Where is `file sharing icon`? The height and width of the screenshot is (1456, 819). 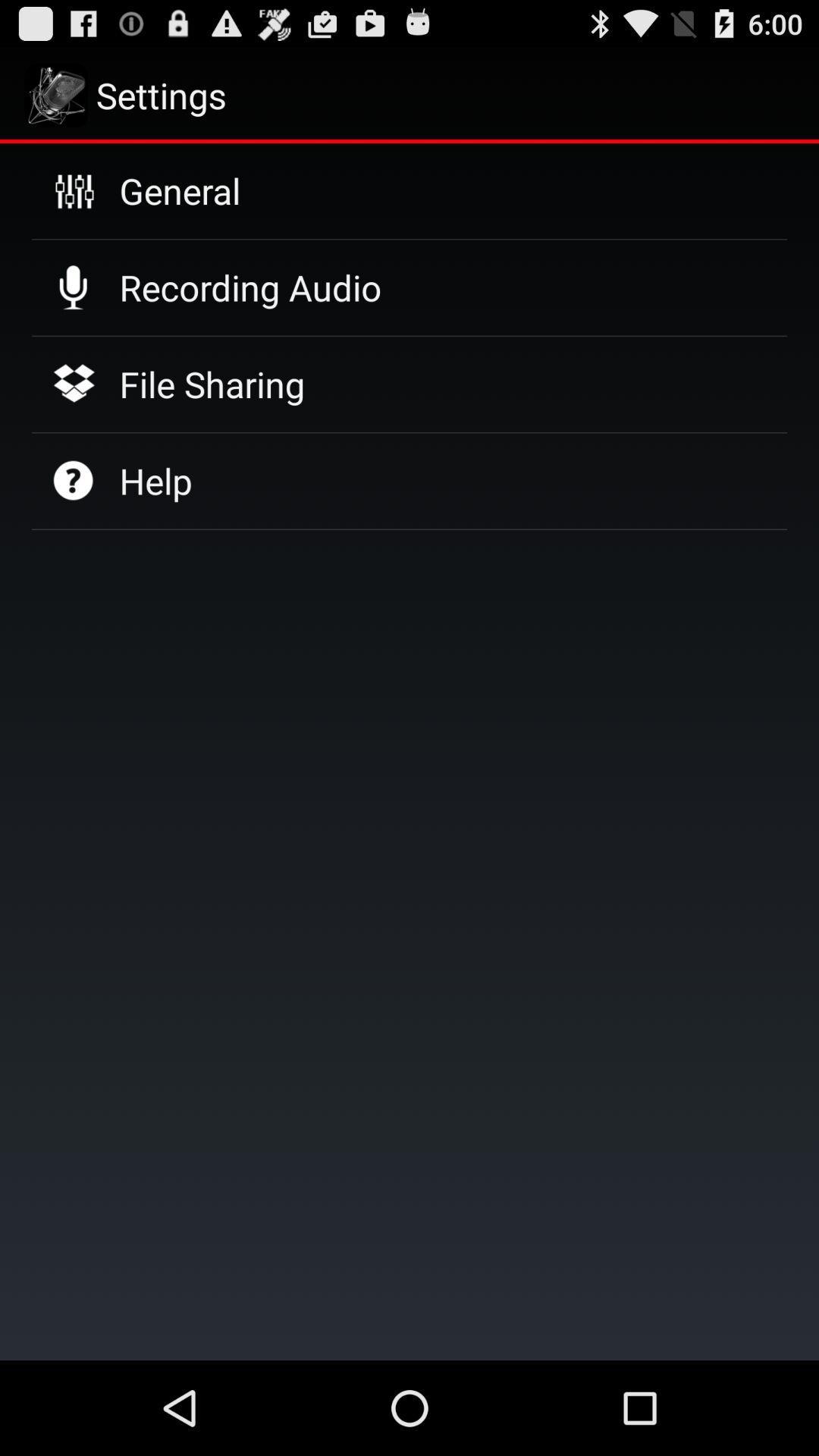
file sharing icon is located at coordinates (212, 384).